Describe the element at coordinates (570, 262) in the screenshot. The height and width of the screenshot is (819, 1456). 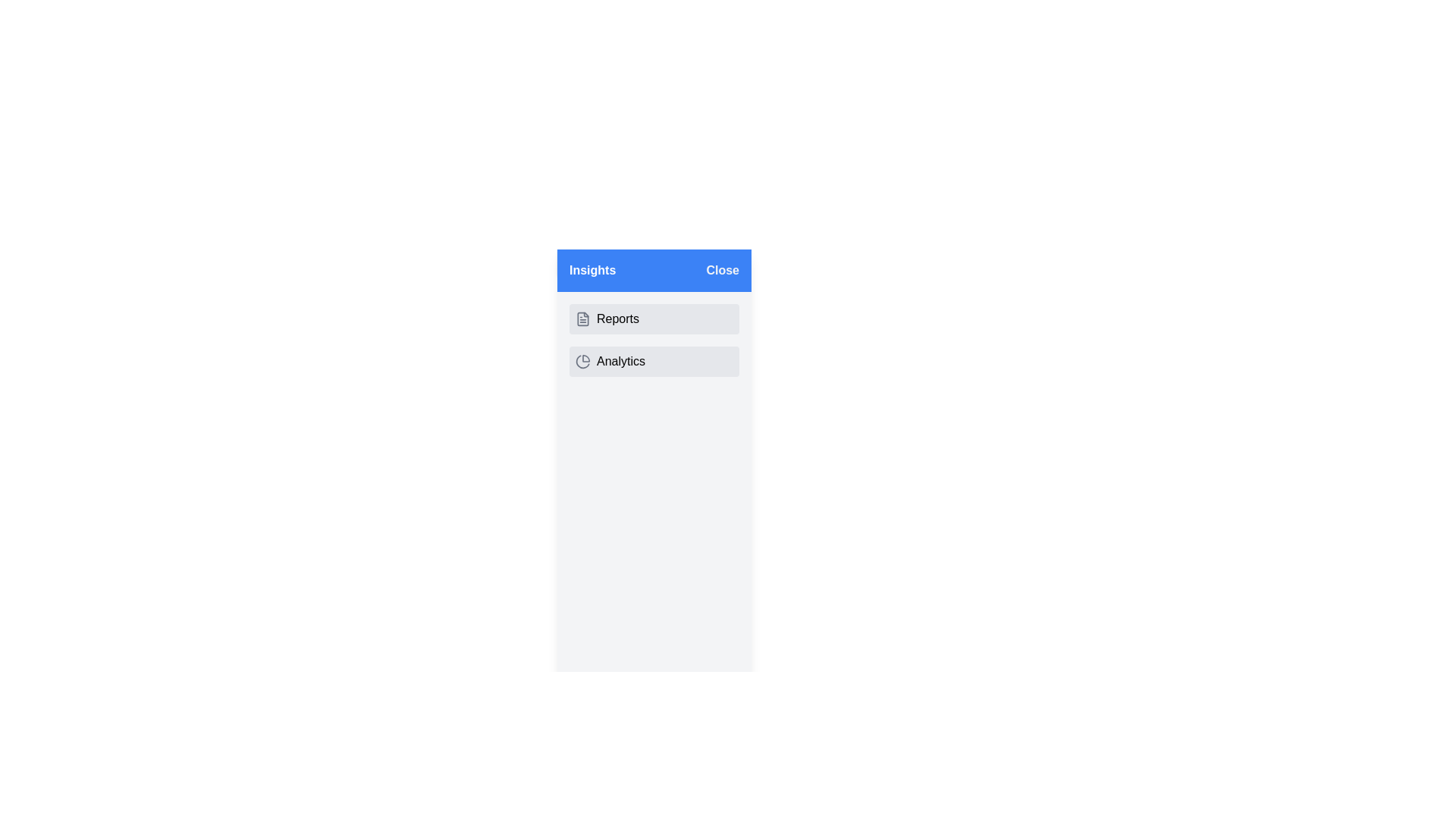
I see `the alignment icon located at the top-left corner of the interface, to the left of the text 'Insights'` at that location.